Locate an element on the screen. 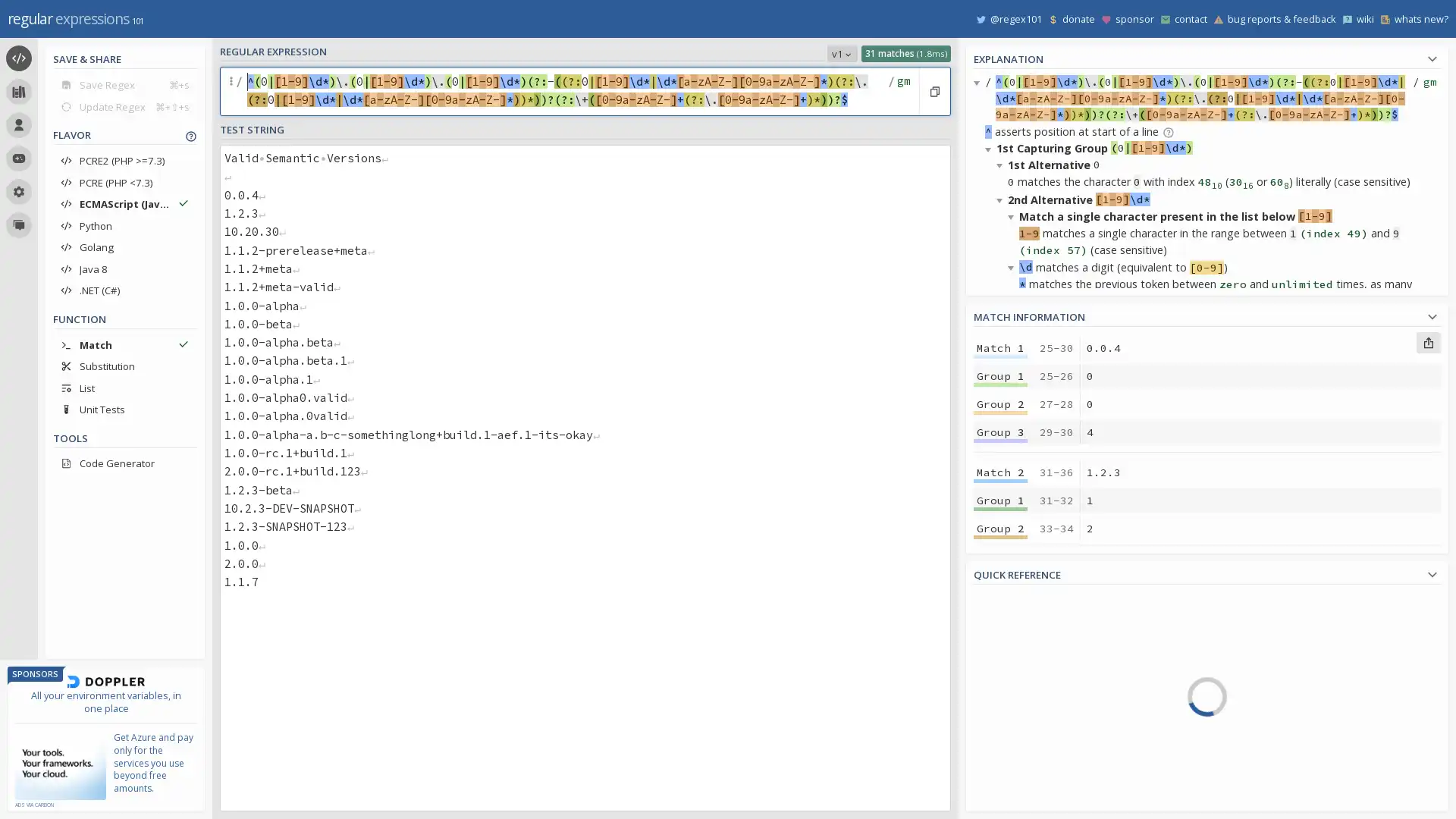  Select Regex Version is located at coordinates (841, 52).